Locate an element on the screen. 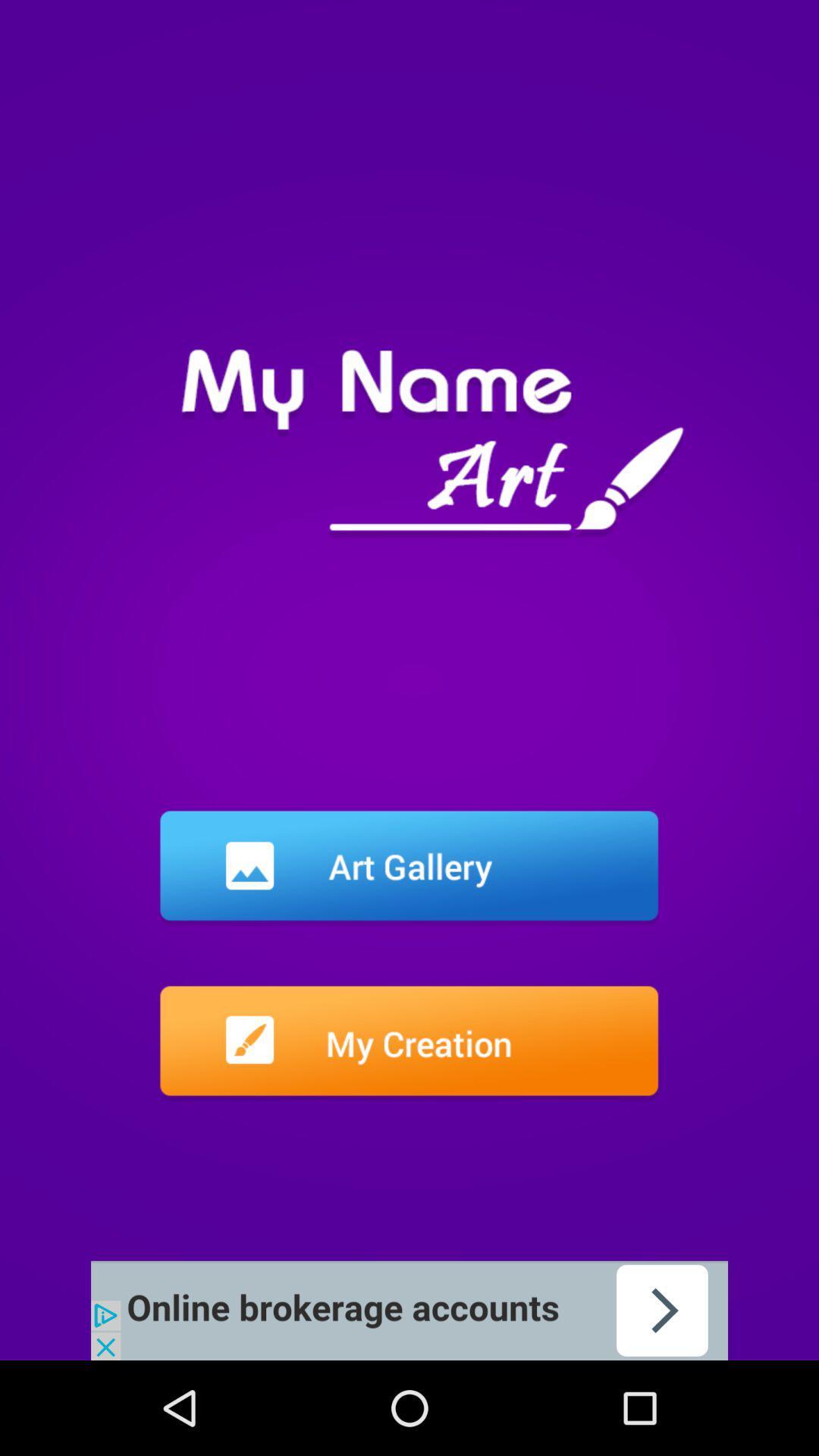 The image size is (819, 1456). into the file is located at coordinates (408, 1043).